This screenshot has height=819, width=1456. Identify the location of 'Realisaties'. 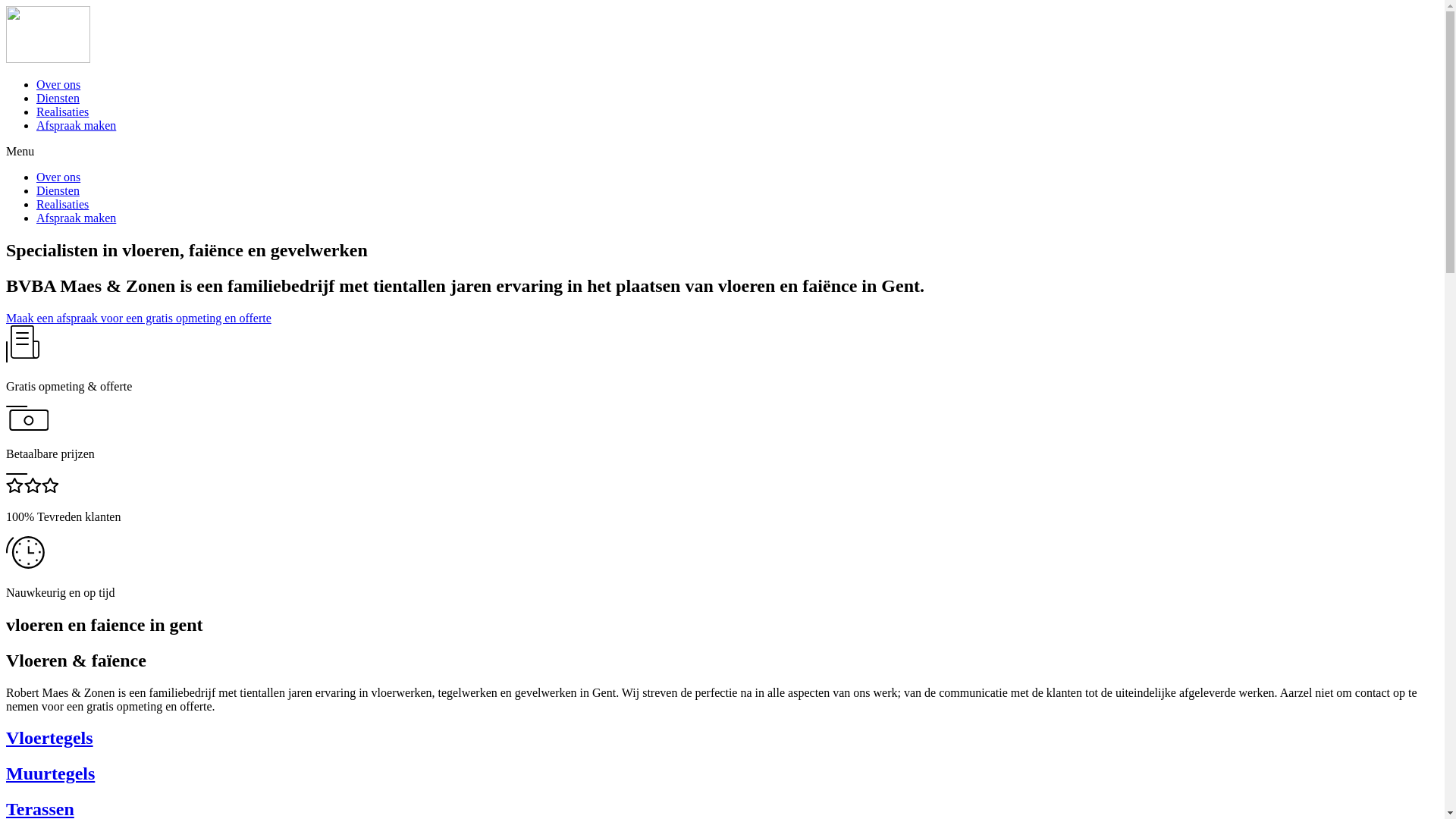
(61, 203).